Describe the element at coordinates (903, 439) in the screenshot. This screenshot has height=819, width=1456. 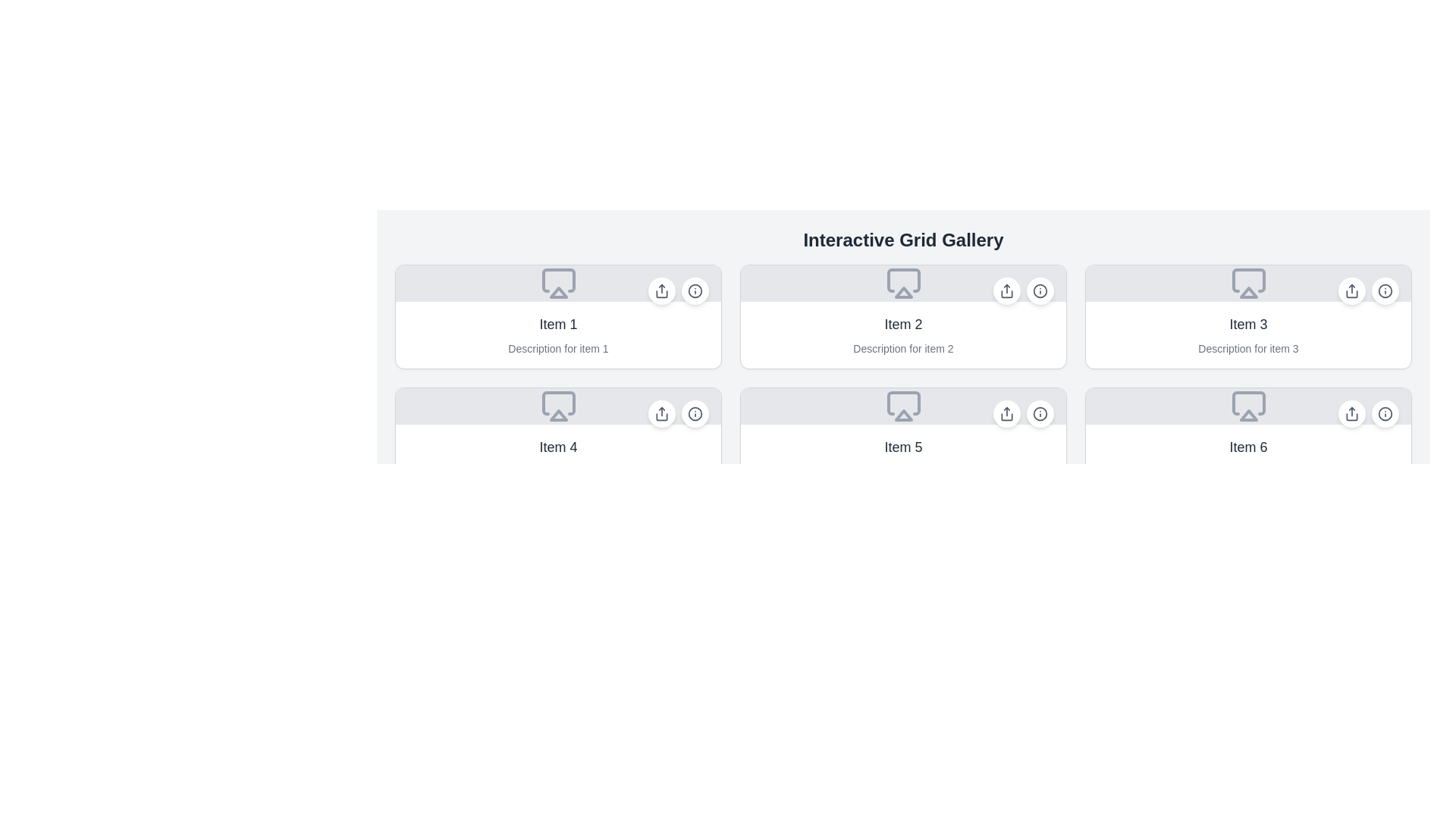
I see `the interactive overlay that covers the fifth card in the grid, located in the second row and second column` at that location.